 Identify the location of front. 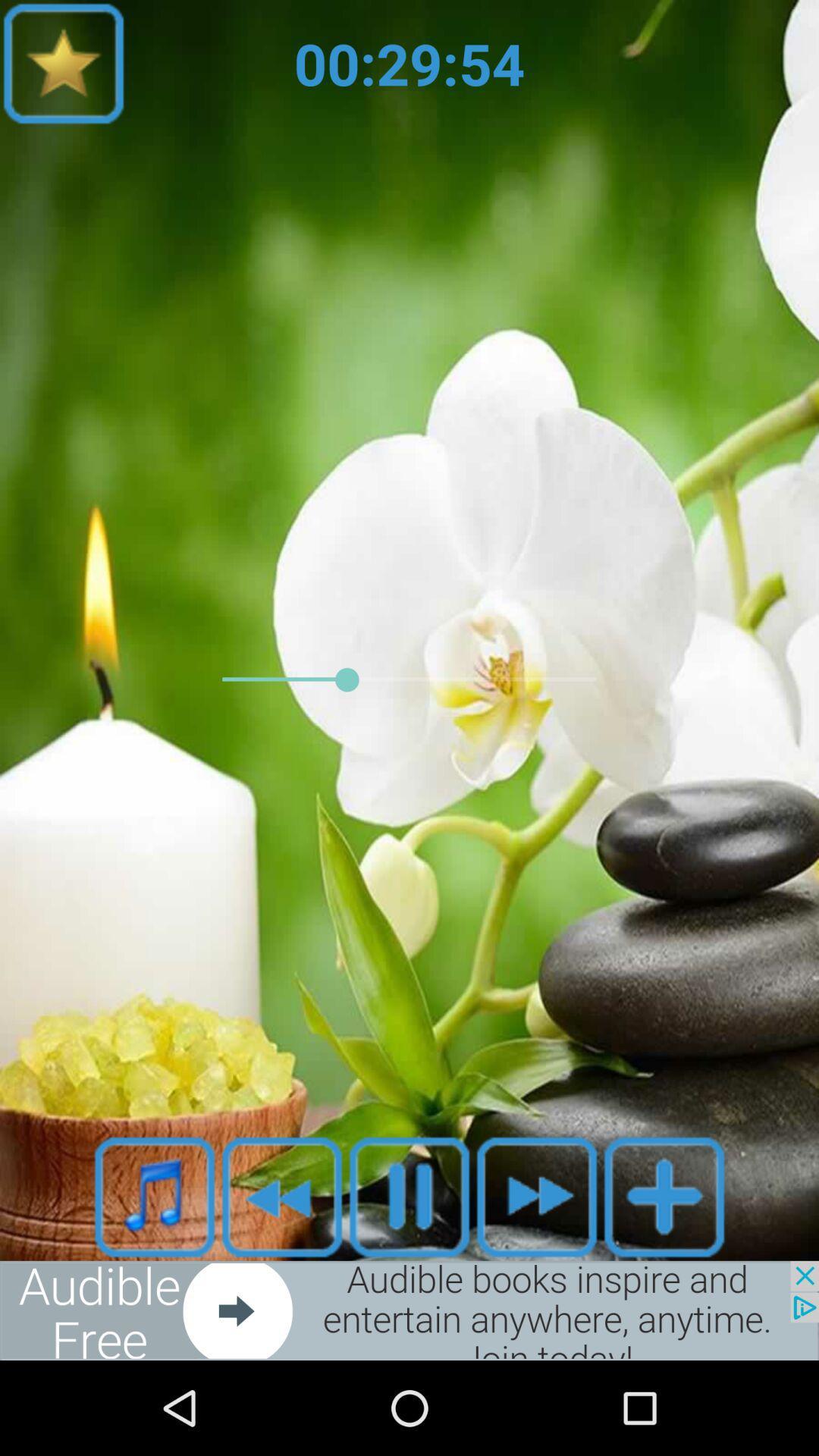
(536, 1196).